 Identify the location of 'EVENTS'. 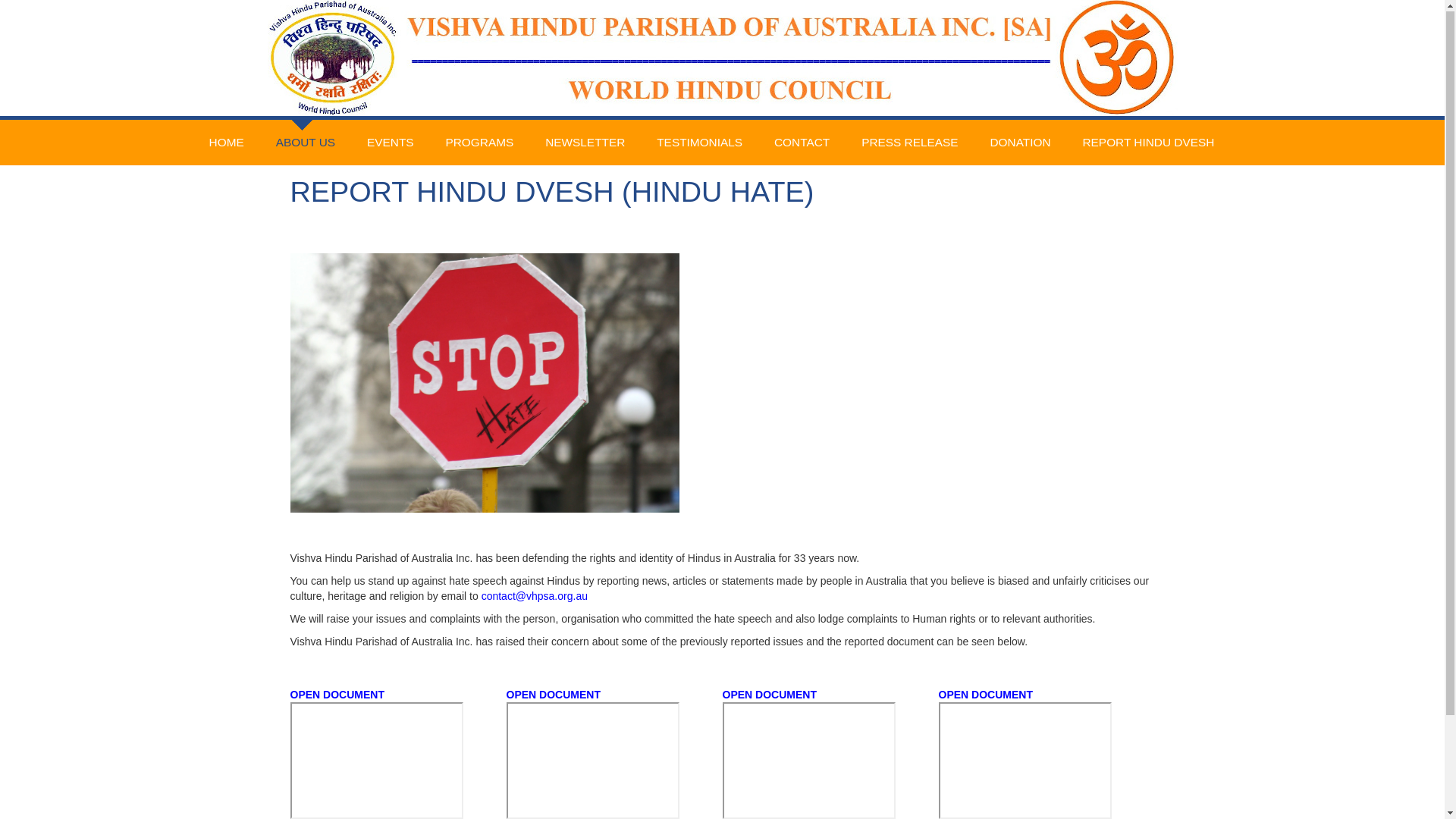
(390, 143).